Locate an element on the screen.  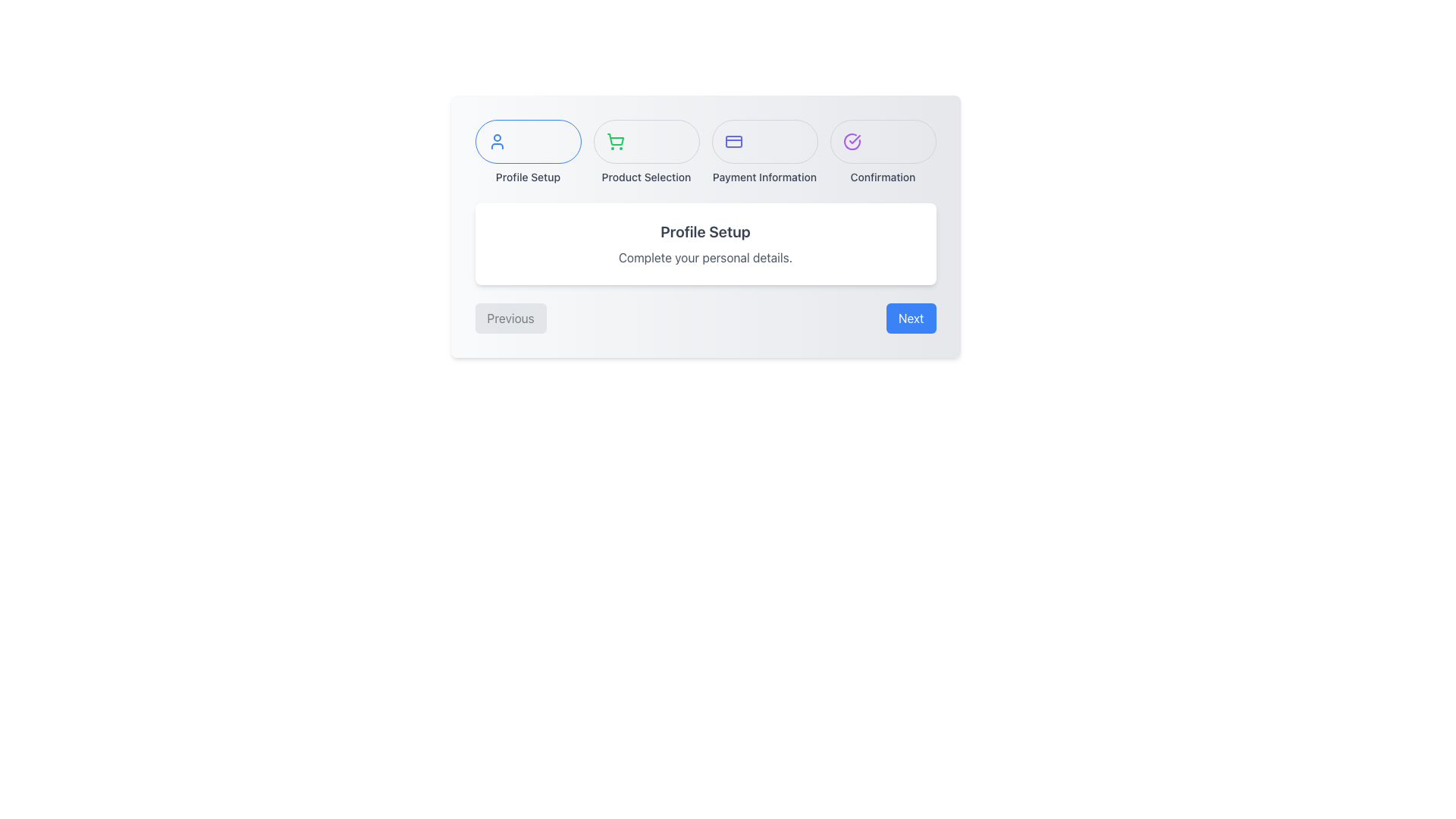
text from the 'Profile Setup' title located in the center of a white, rounded and shadowed box is located at coordinates (704, 231).